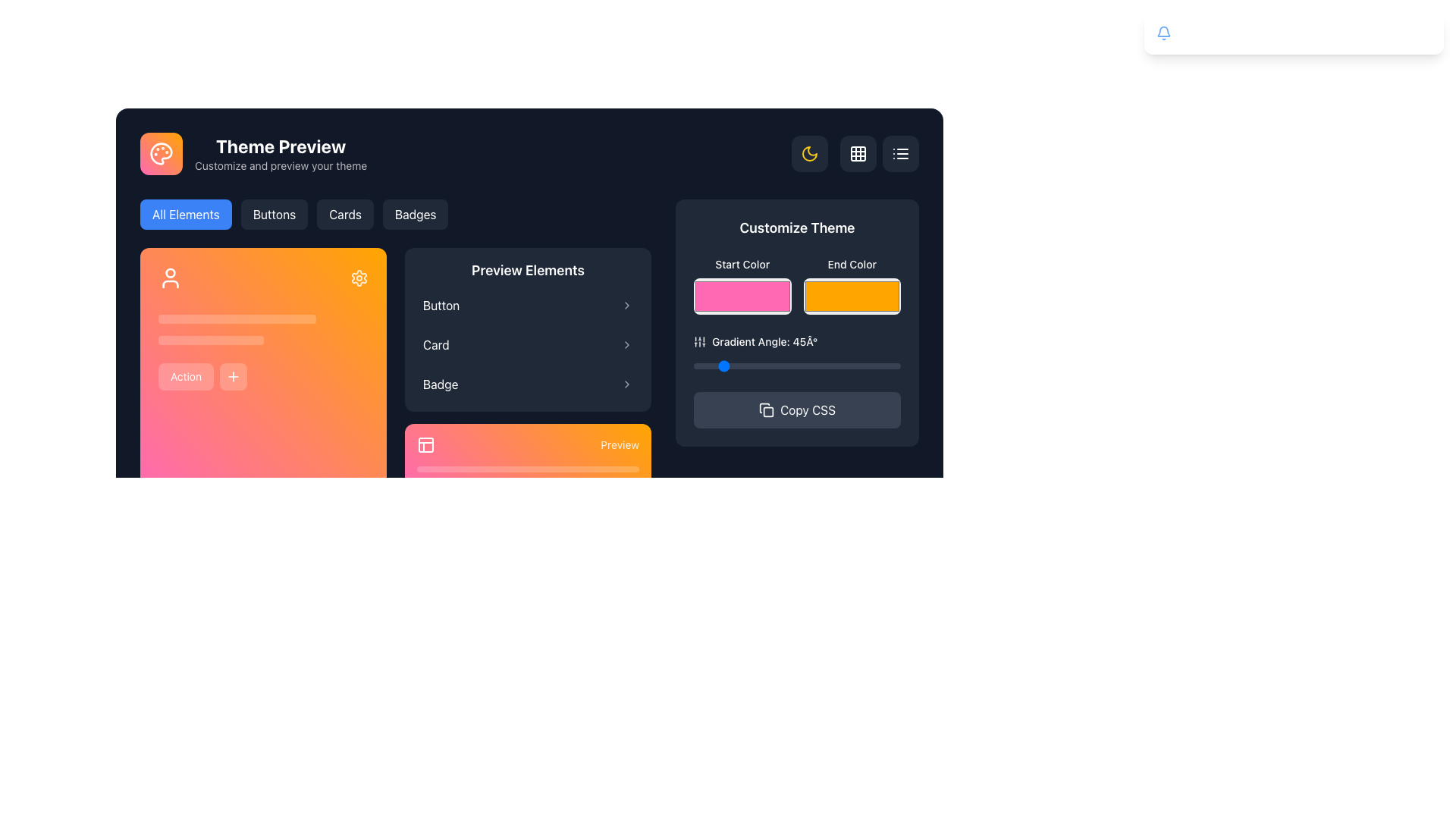  What do you see at coordinates (748, 366) in the screenshot?
I see `the slider value` at bounding box center [748, 366].